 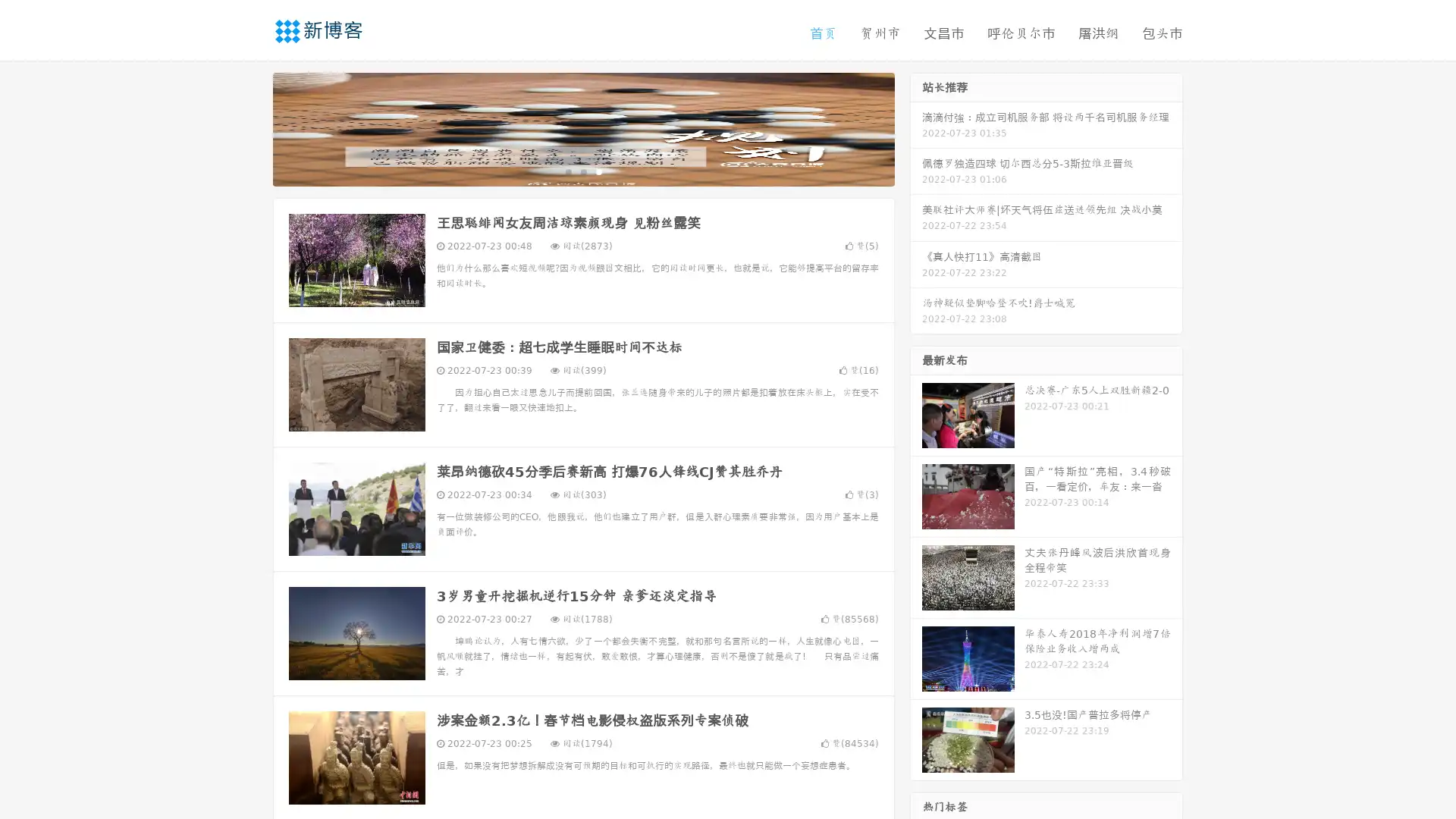 I want to click on Go to slide 1, so click(x=567, y=171).